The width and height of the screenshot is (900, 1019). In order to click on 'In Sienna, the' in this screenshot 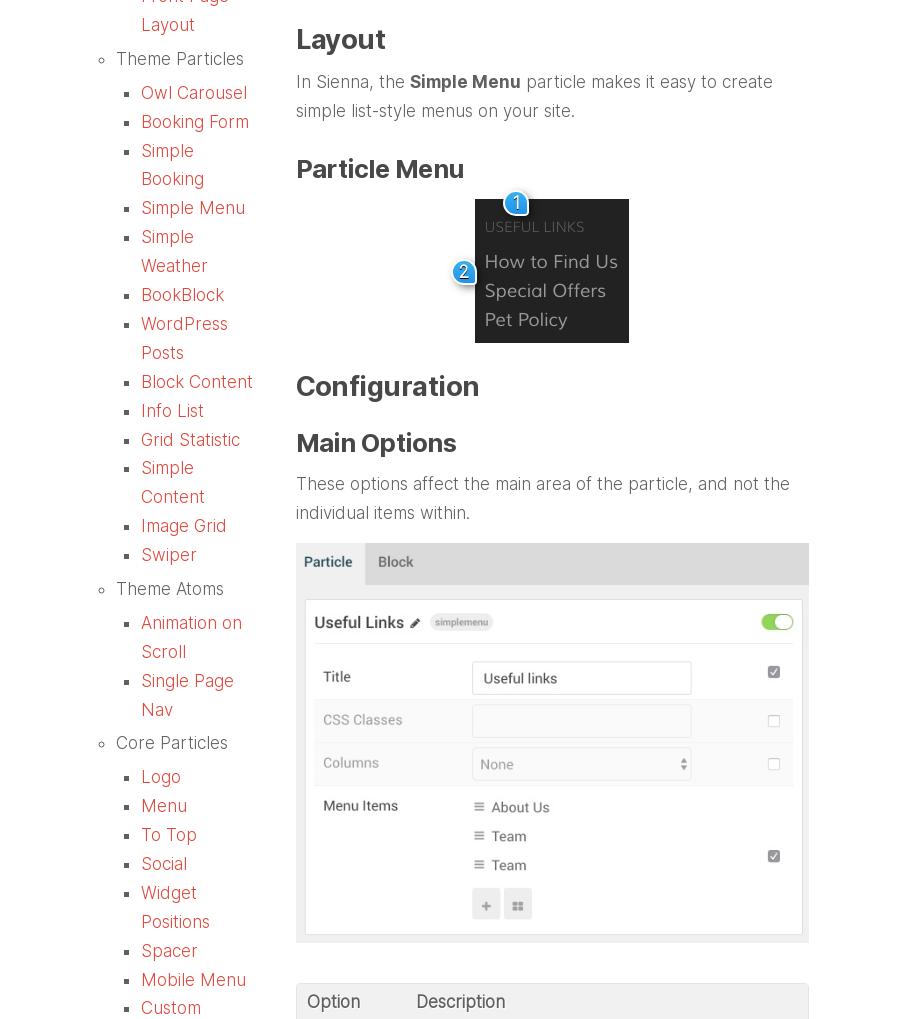, I will do `click(351, 82)`.